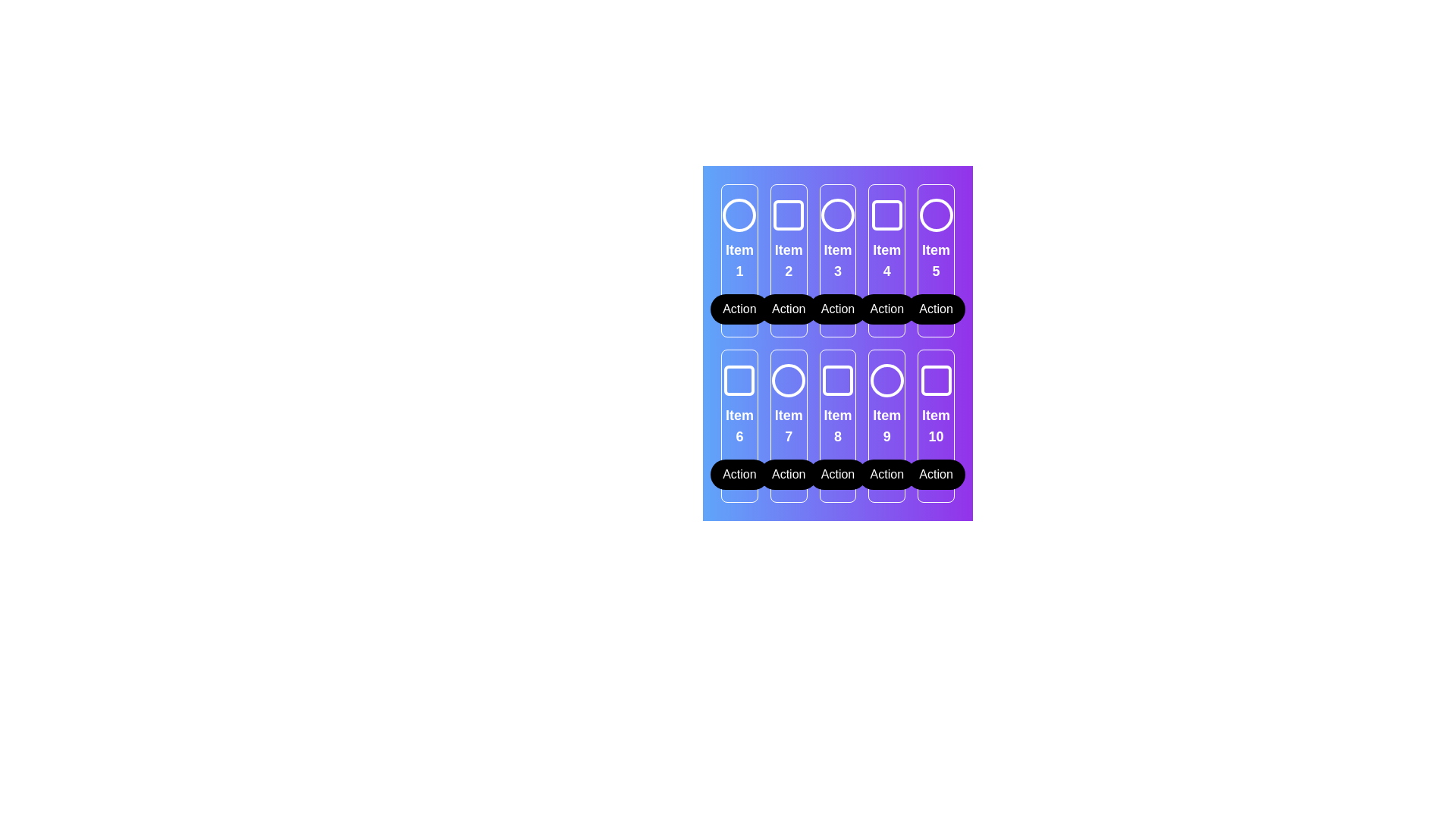  I want to click on the text label located in the second column from the left, positioned below a square icon and above the 'Action' button, so click(789, 259).